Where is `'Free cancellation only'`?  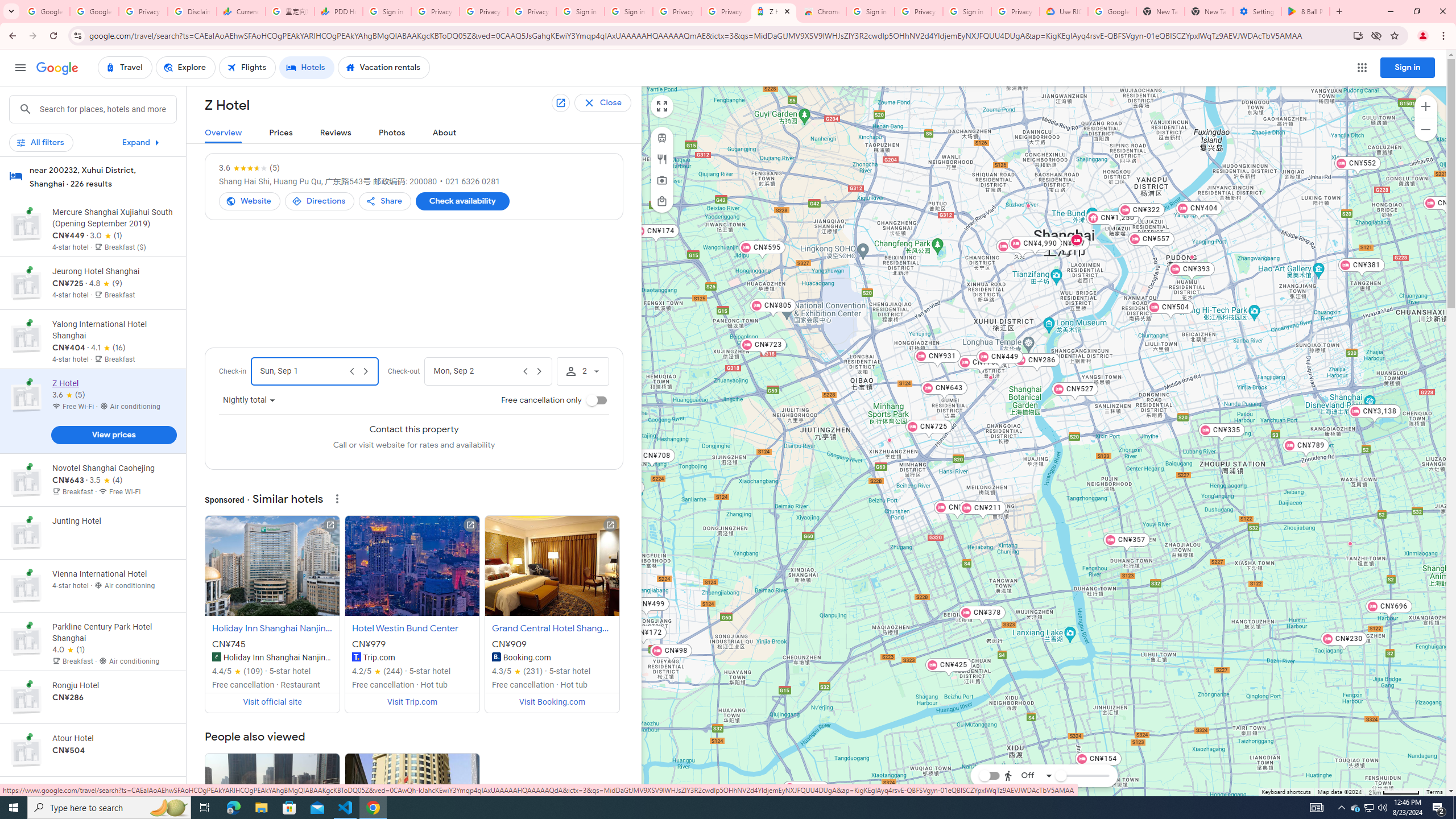 'Free cancellation only' is located at coordinates (596, 400).